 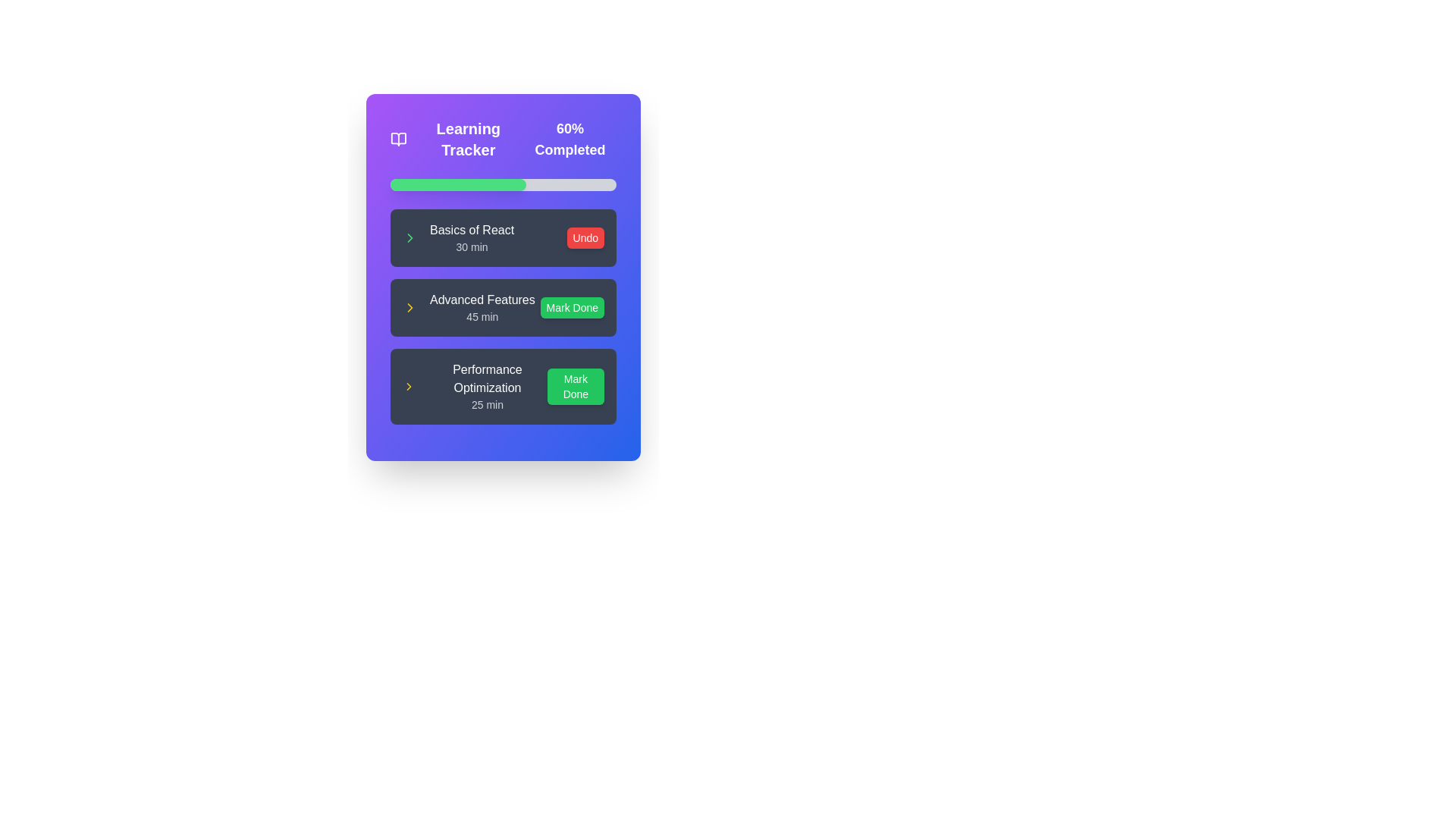 I want to click on the rightwards pointing yellow chevron icon located at the left side of the 'Advanced Features' module, so click(x=410, y=307).